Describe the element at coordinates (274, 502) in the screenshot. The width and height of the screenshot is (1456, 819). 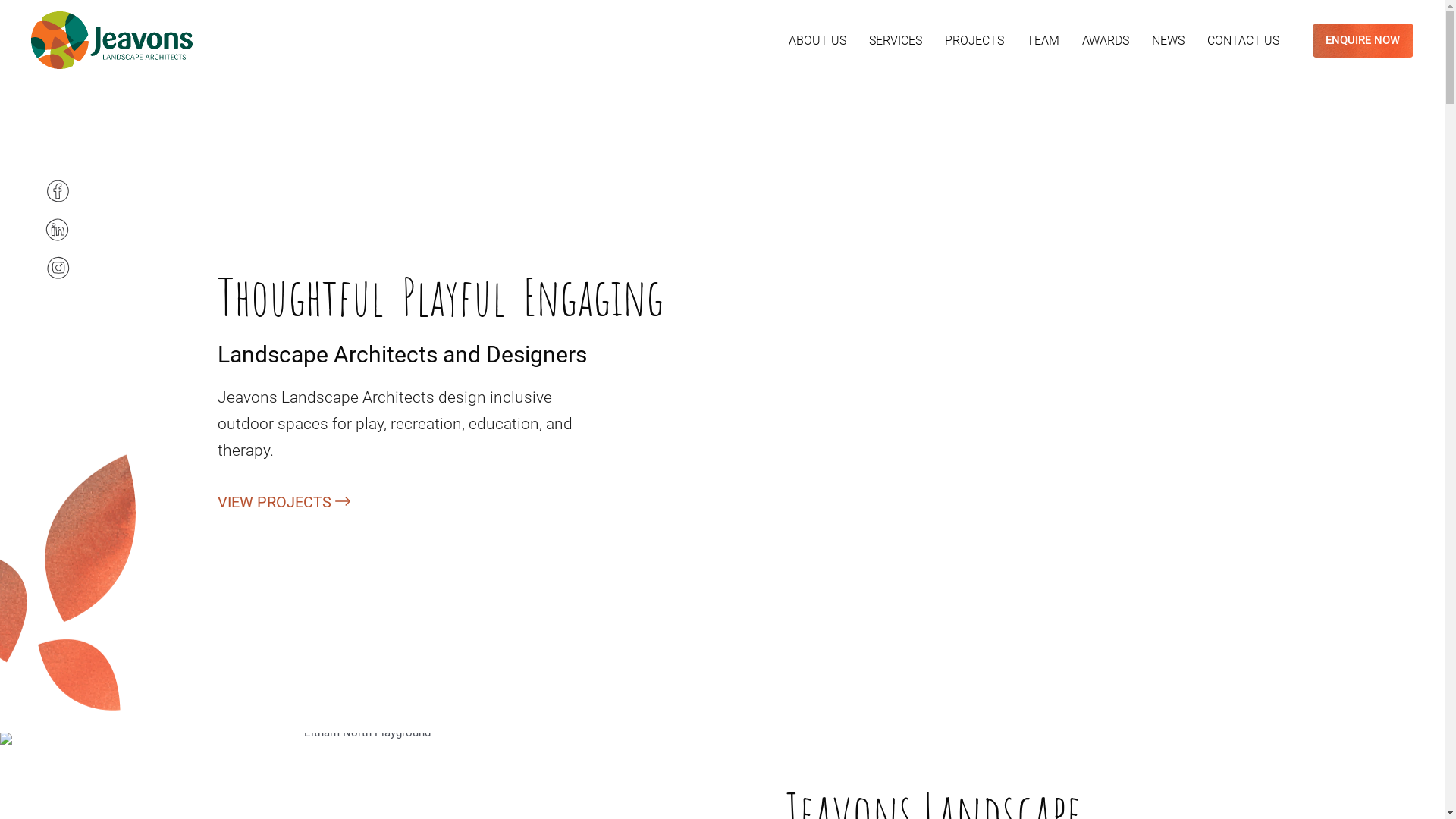
I see `'VIEW PROJECTS'` at that location.